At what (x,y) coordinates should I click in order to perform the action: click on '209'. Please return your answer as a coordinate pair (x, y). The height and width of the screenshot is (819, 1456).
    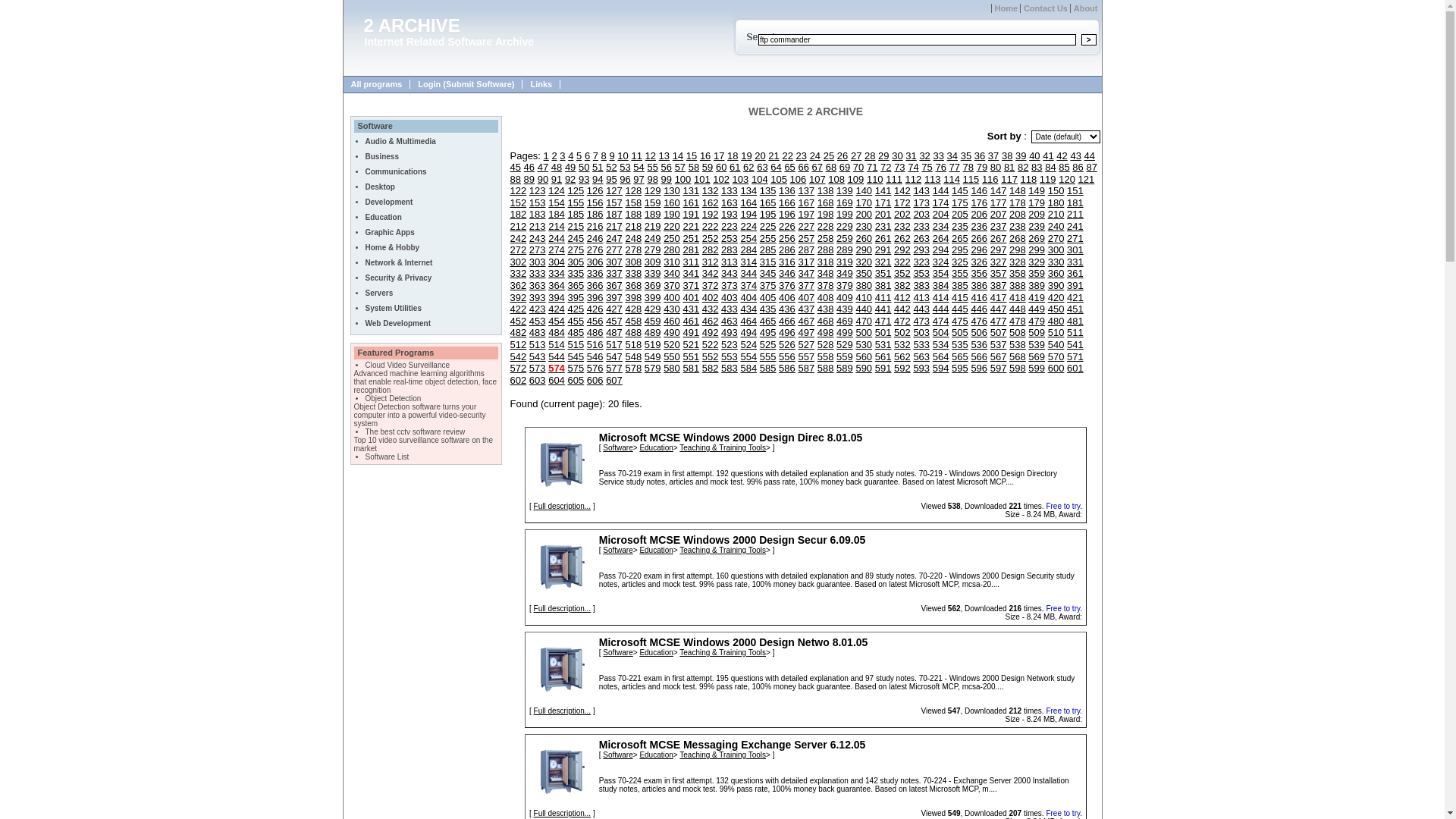
    Looking at the image, I should click on (1036, 214).